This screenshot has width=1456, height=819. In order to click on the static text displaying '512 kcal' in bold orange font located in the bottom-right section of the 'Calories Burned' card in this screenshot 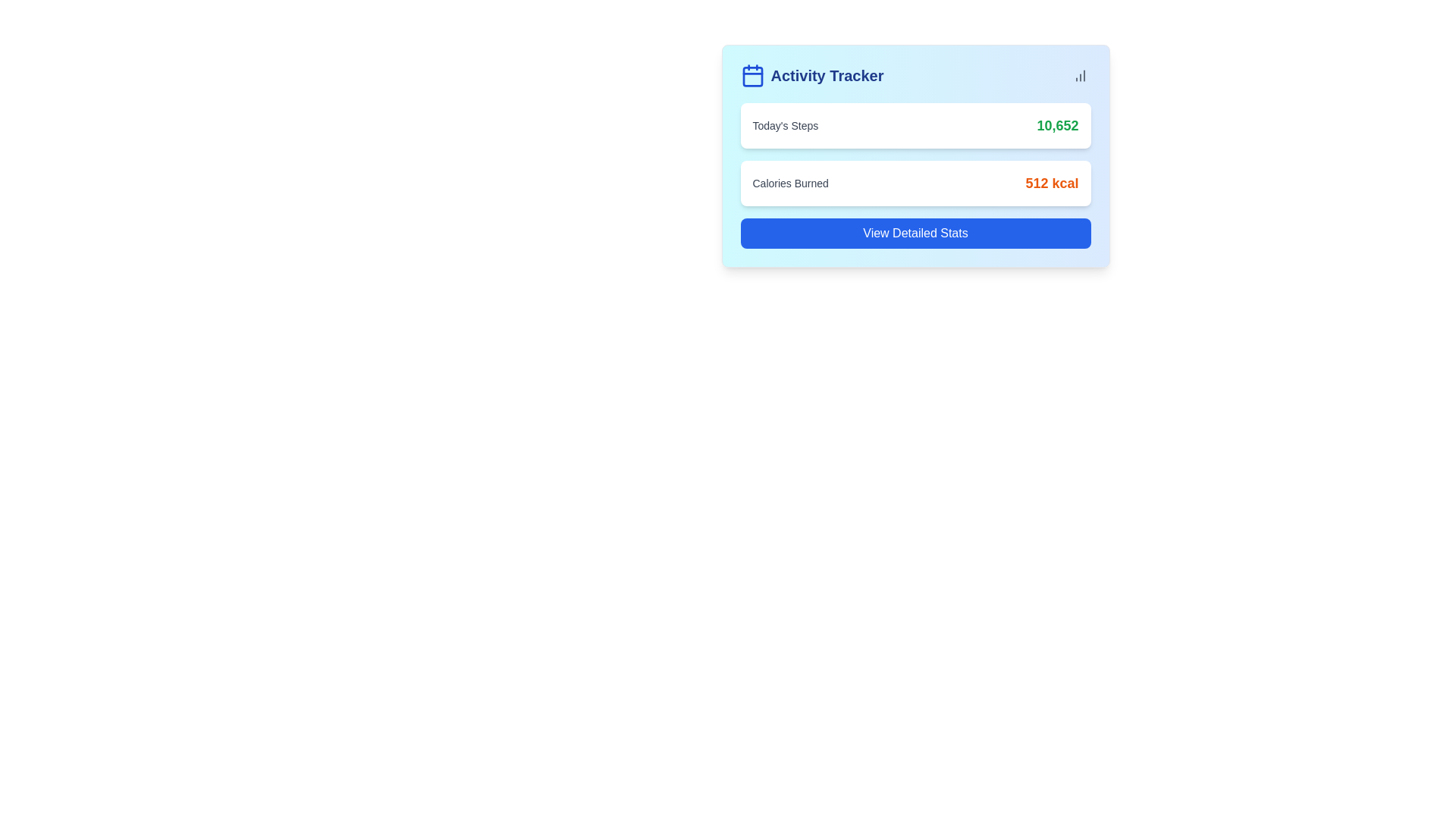, I will do `click(1051, 183)`.